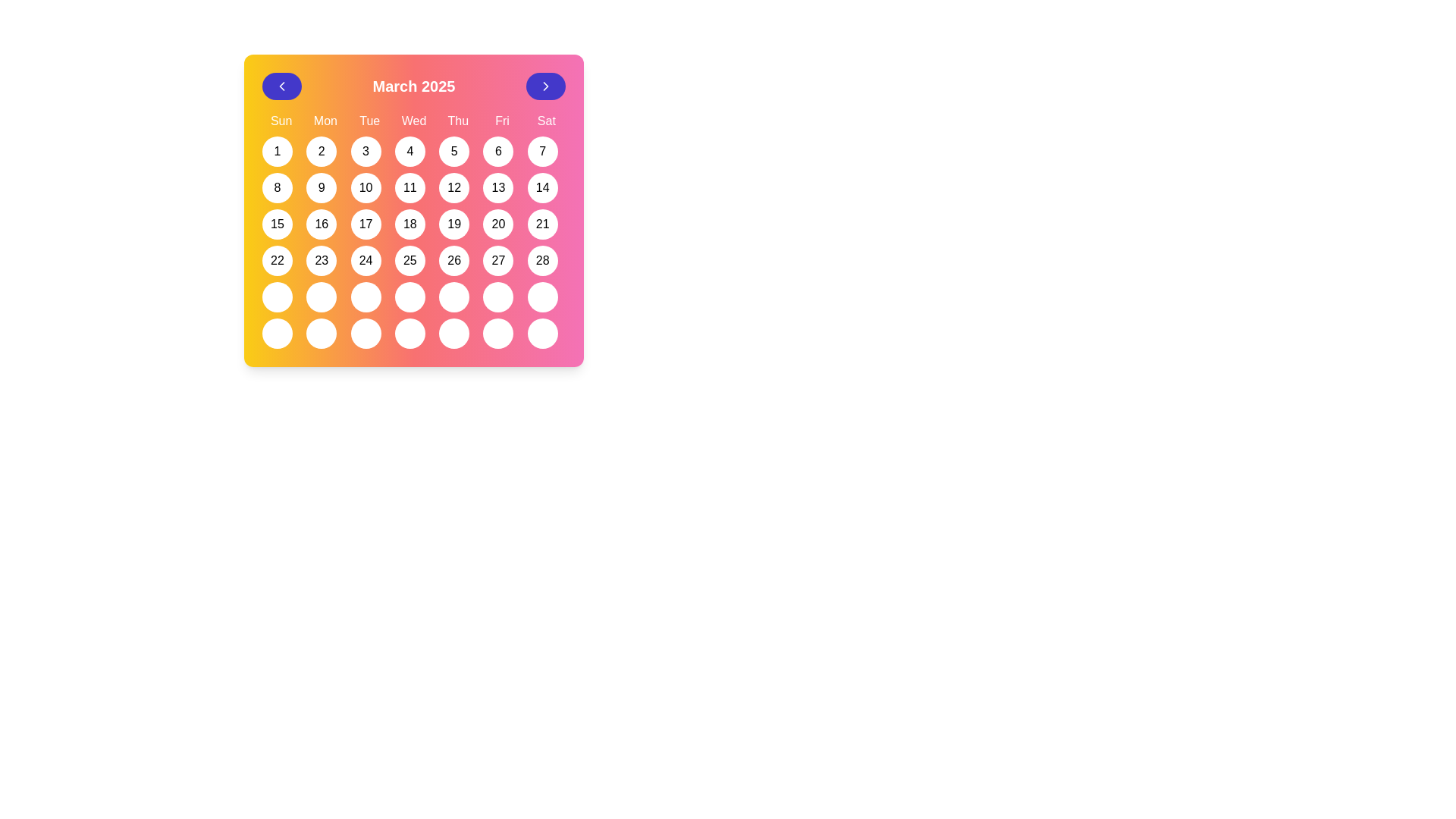  What do you see at coordinates (369, 120) in the screenshot?
I see `the text label displaying 'Tue', which is part of the calendar header row that lists the days of the week` at bounding box center [369, 120].